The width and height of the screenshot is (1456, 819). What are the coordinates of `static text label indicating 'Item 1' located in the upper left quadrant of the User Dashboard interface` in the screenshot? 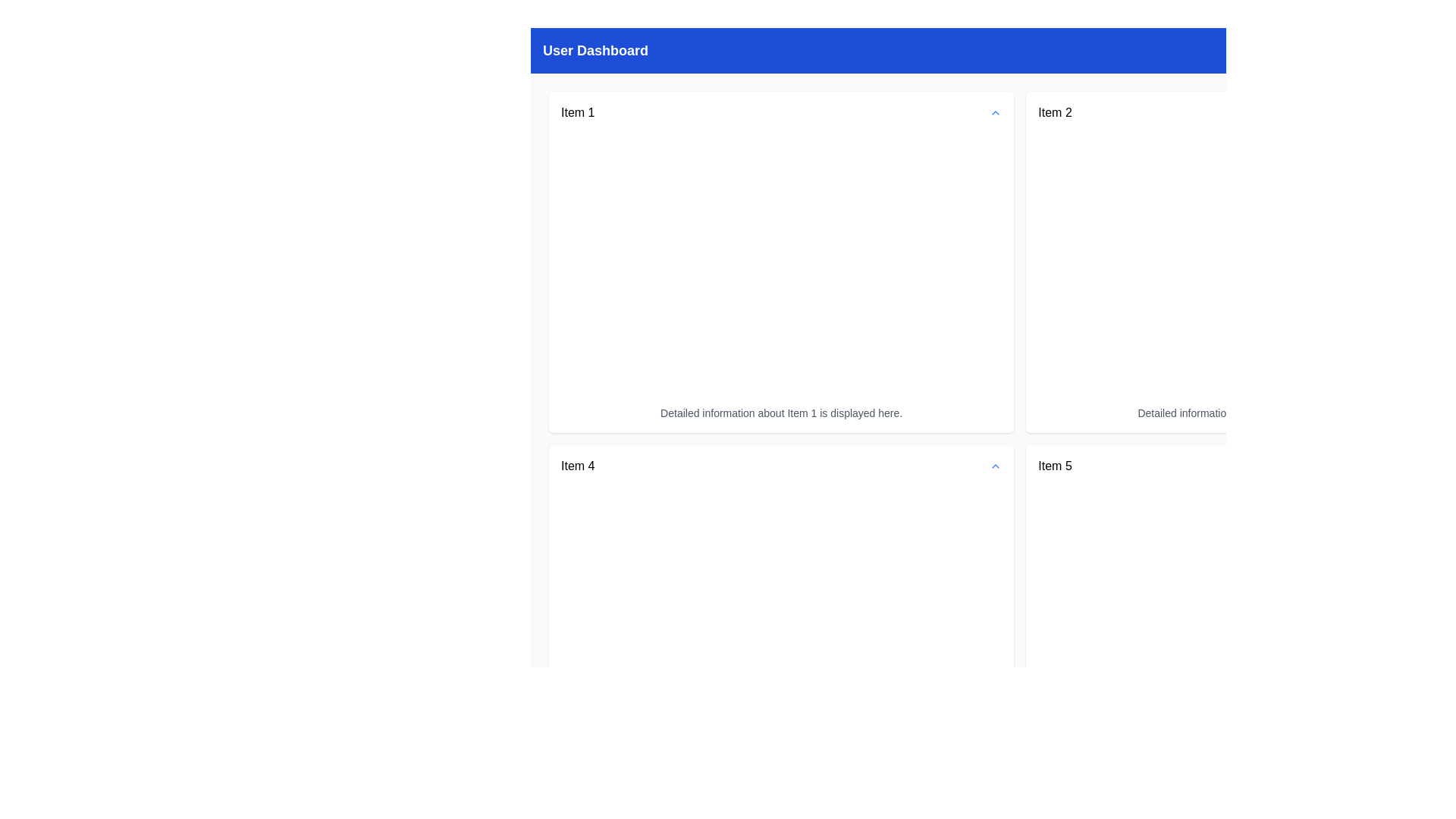 It's located at (577, 112).